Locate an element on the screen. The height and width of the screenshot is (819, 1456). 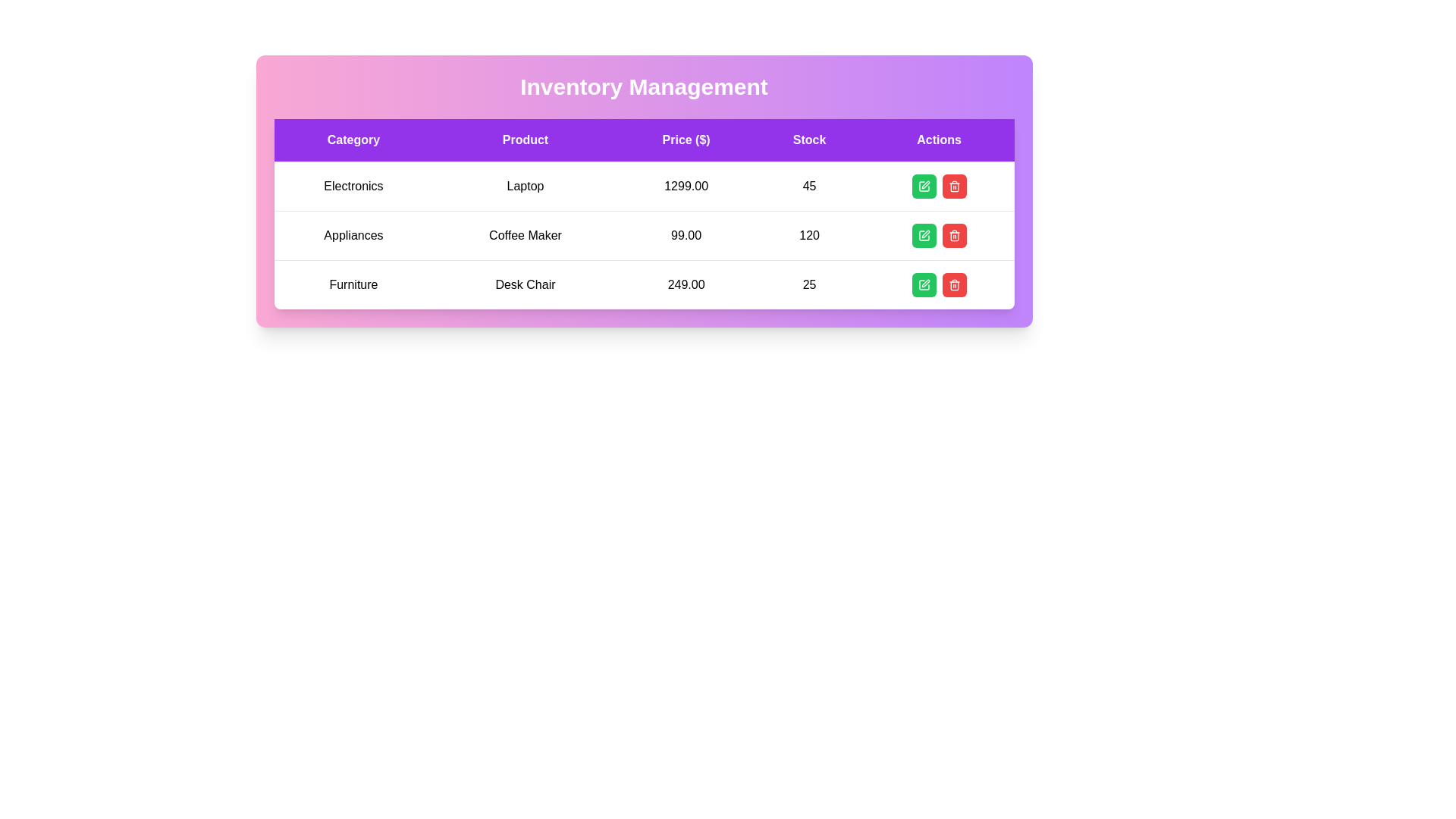
the trash icon button located in the 'Actions' column of the table is located at coordinates (953, 186).